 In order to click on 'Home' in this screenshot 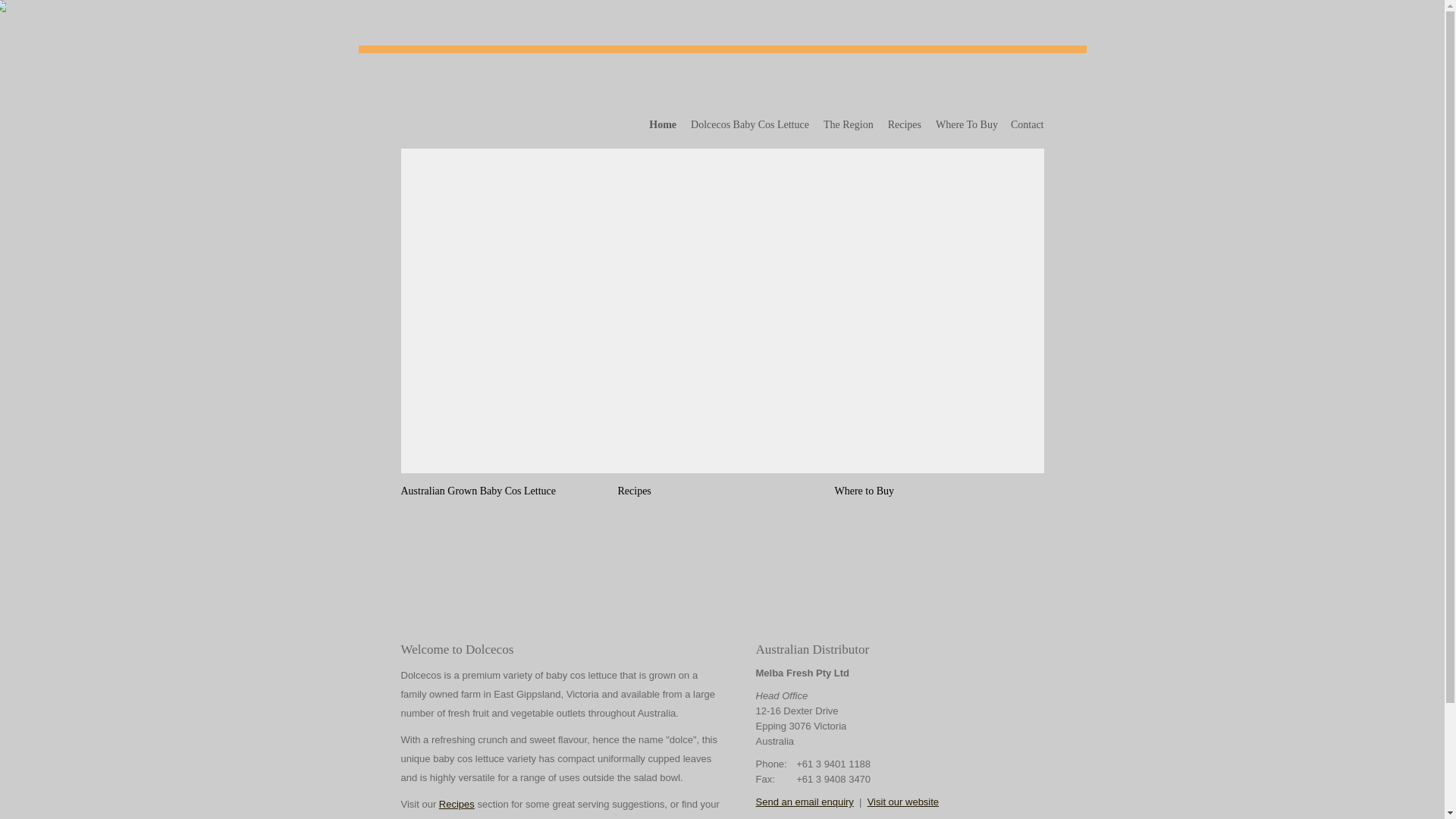, I will do `click(663, 124)`.